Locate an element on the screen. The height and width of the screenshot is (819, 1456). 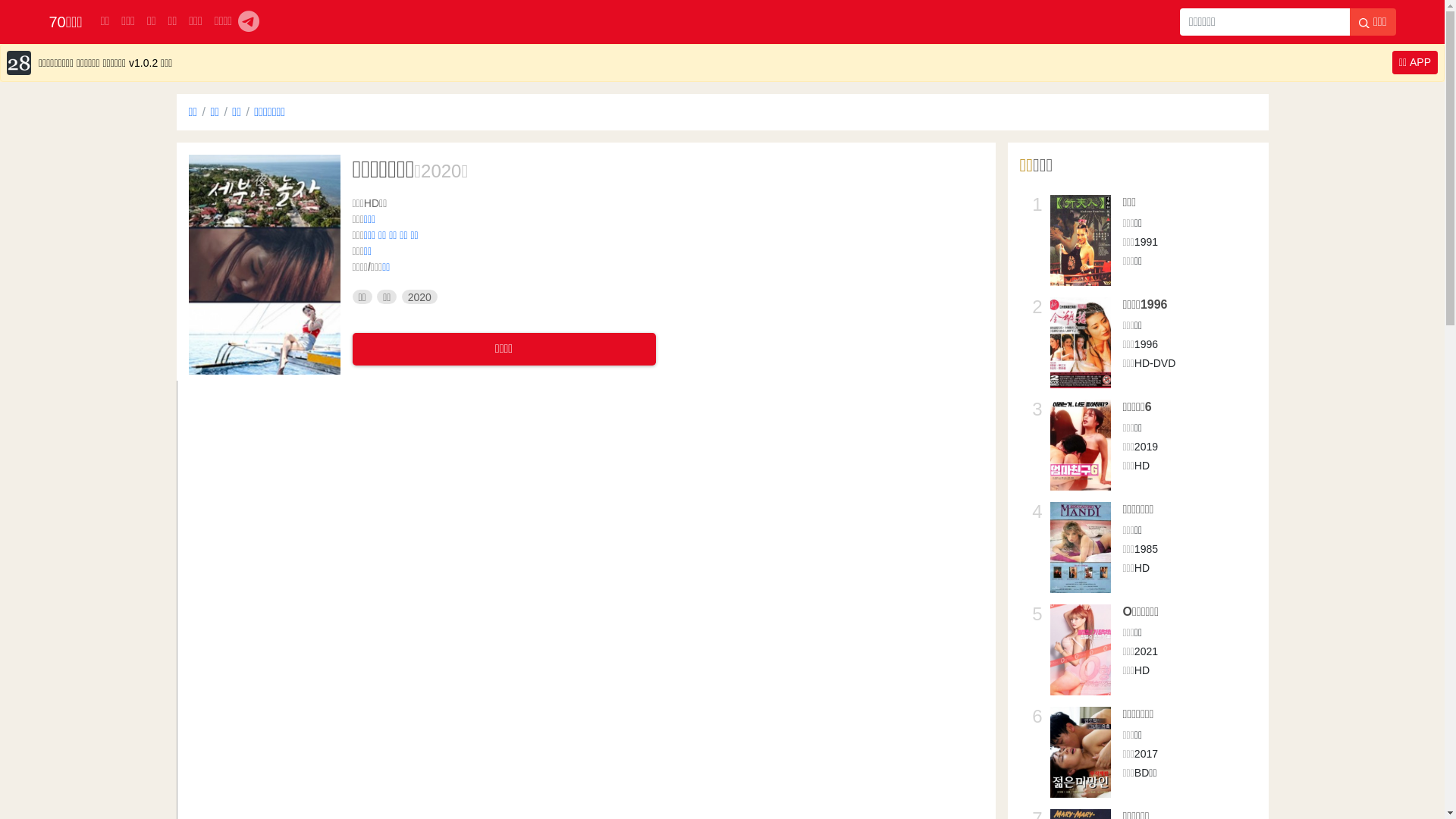
'2020' is located at coordinates (419, 297).